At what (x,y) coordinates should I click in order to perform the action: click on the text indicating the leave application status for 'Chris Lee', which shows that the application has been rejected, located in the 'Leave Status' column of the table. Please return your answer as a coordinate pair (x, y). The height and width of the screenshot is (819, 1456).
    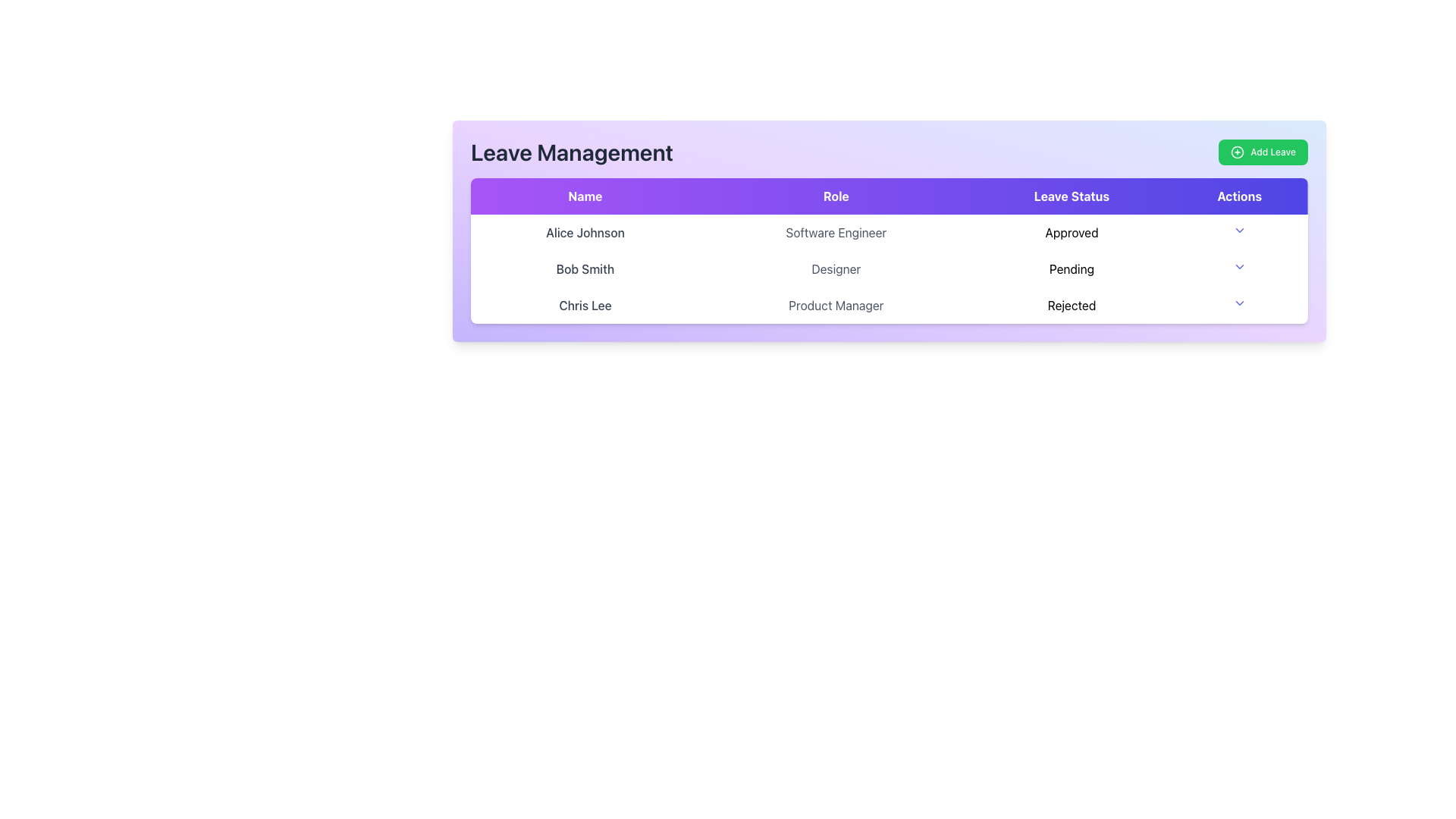
    Looking at the image, I should click on (1071, 305).